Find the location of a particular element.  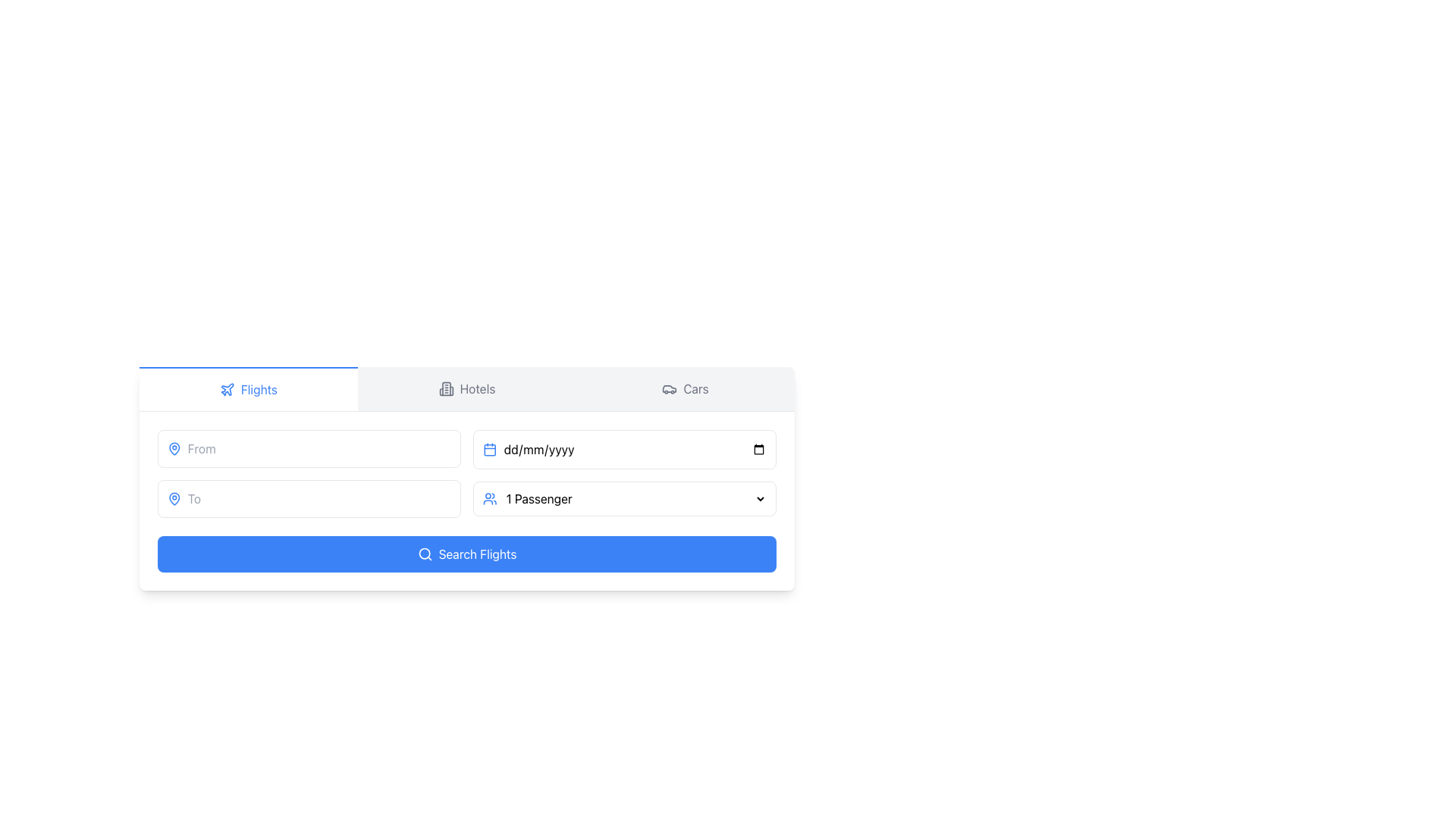

the Flights icon located on the leftmost tab of the navigation bar, which visually represents the active tab for booking flights is located at coordinates (226, 388).